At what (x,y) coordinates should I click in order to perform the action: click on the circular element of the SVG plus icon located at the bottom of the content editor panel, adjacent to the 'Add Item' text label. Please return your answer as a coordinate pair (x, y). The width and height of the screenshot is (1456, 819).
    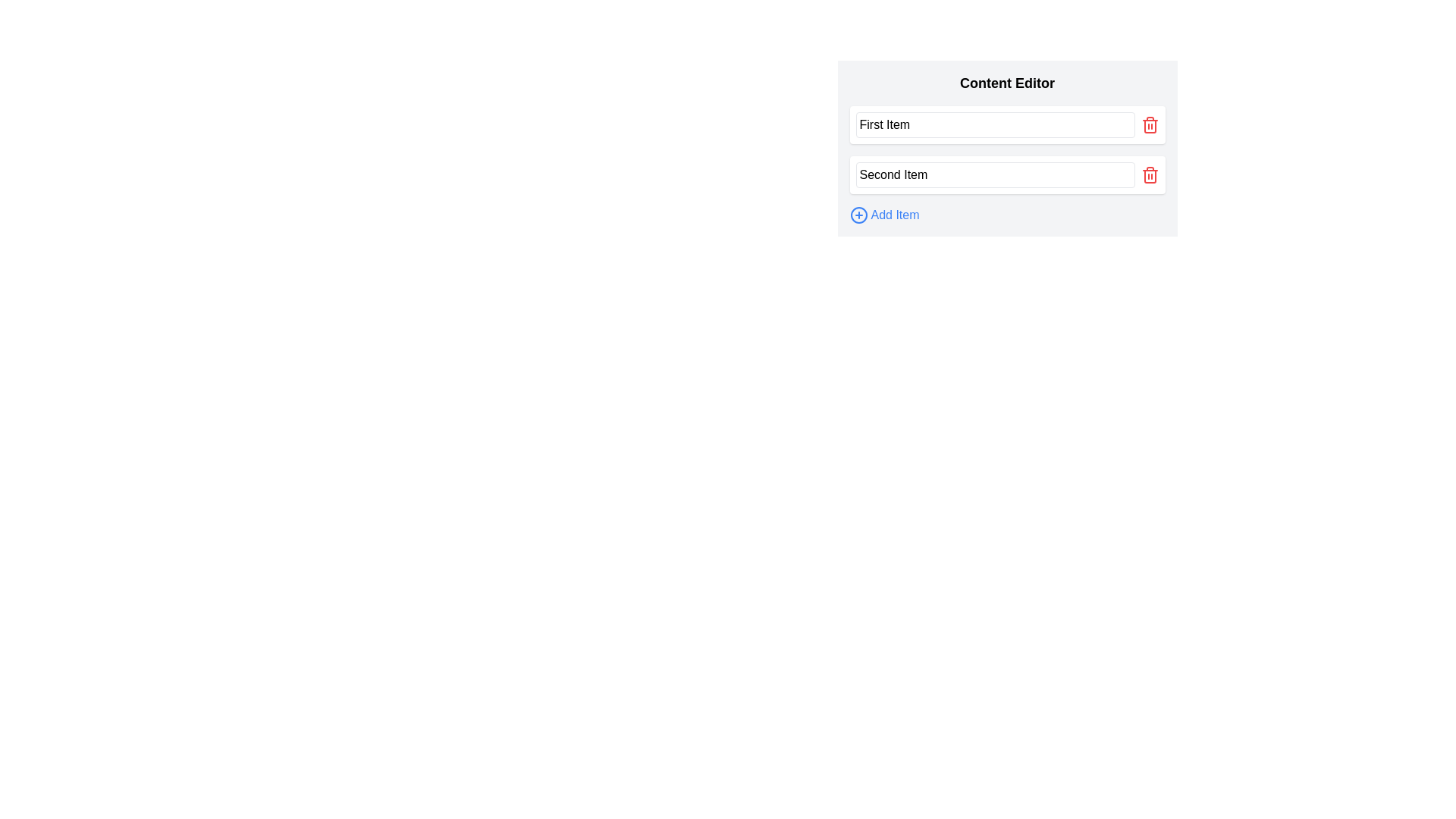
    Looking at the image, I should click on (858, 215).